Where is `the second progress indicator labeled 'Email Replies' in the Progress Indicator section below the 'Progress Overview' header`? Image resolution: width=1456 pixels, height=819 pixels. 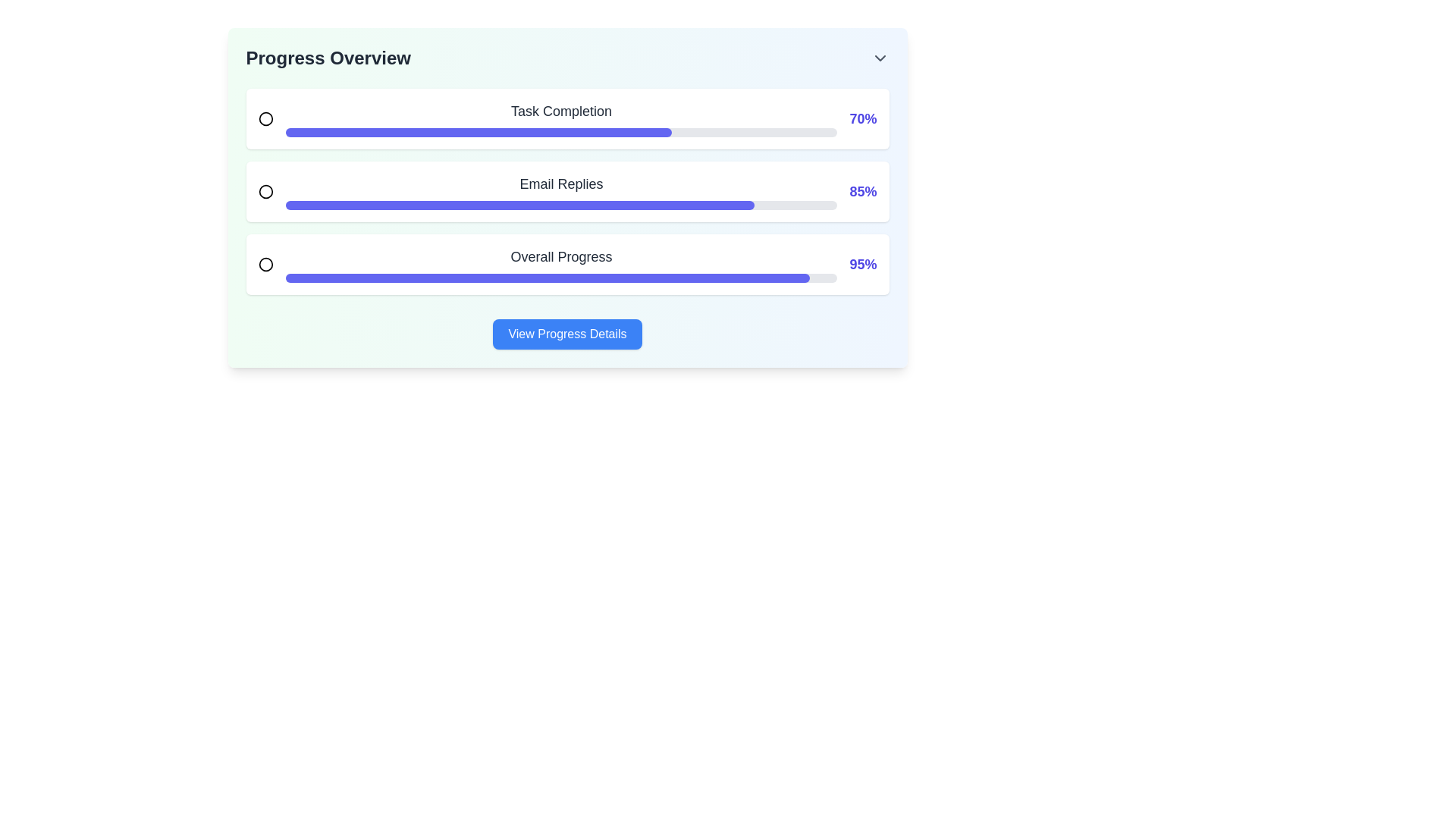 the second progress indicator labeled 'Email Replies' in the Progress Indicator section below the 'Progress Overview' header is located at coordinates (566, 191).